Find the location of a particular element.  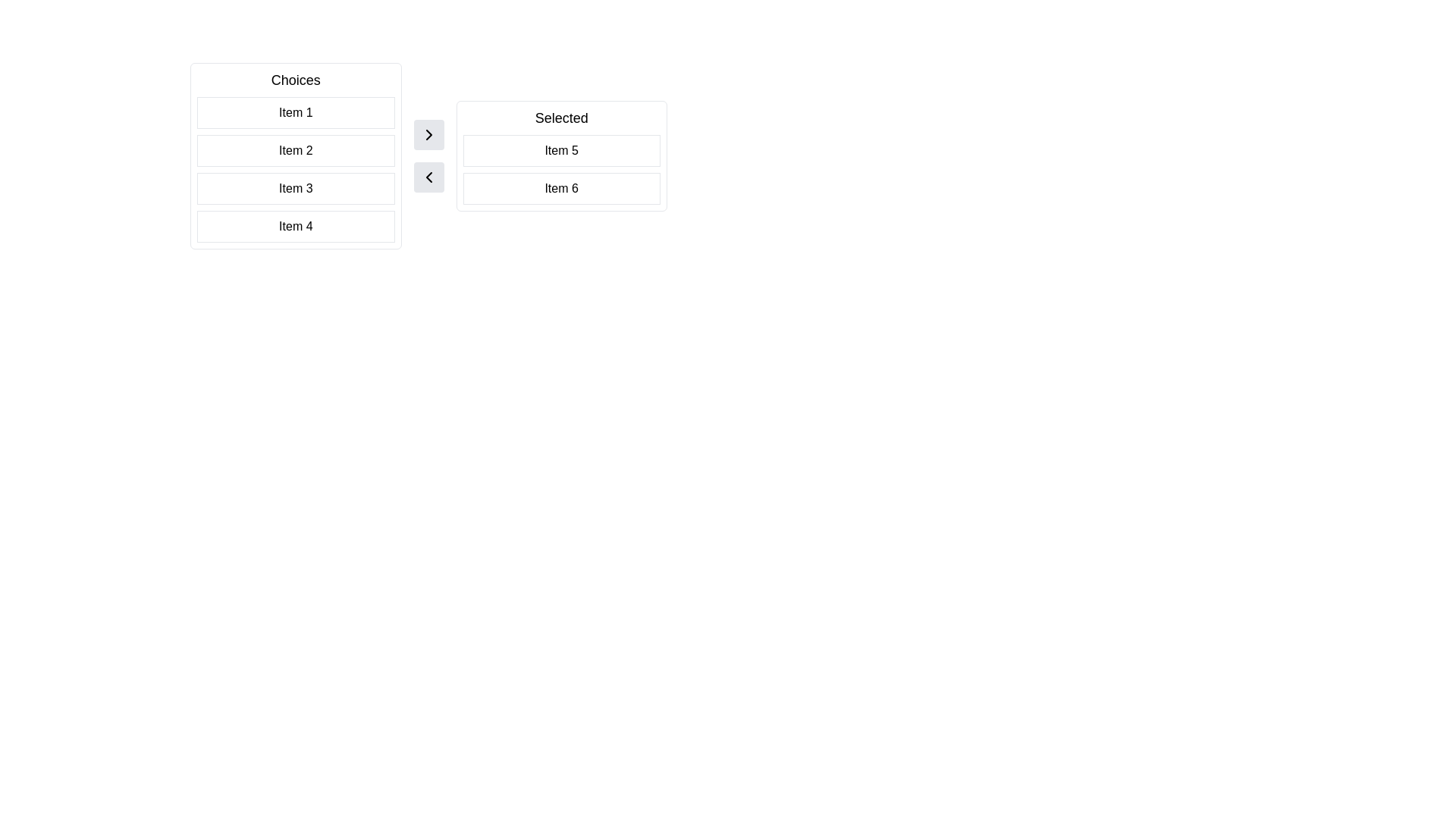

the Chevron Right icon, which is a monochrome arrow icon located inside the right button of the navigational controls between the 'Choices' and 'Selected' panels is located at coordinates (428, 133).